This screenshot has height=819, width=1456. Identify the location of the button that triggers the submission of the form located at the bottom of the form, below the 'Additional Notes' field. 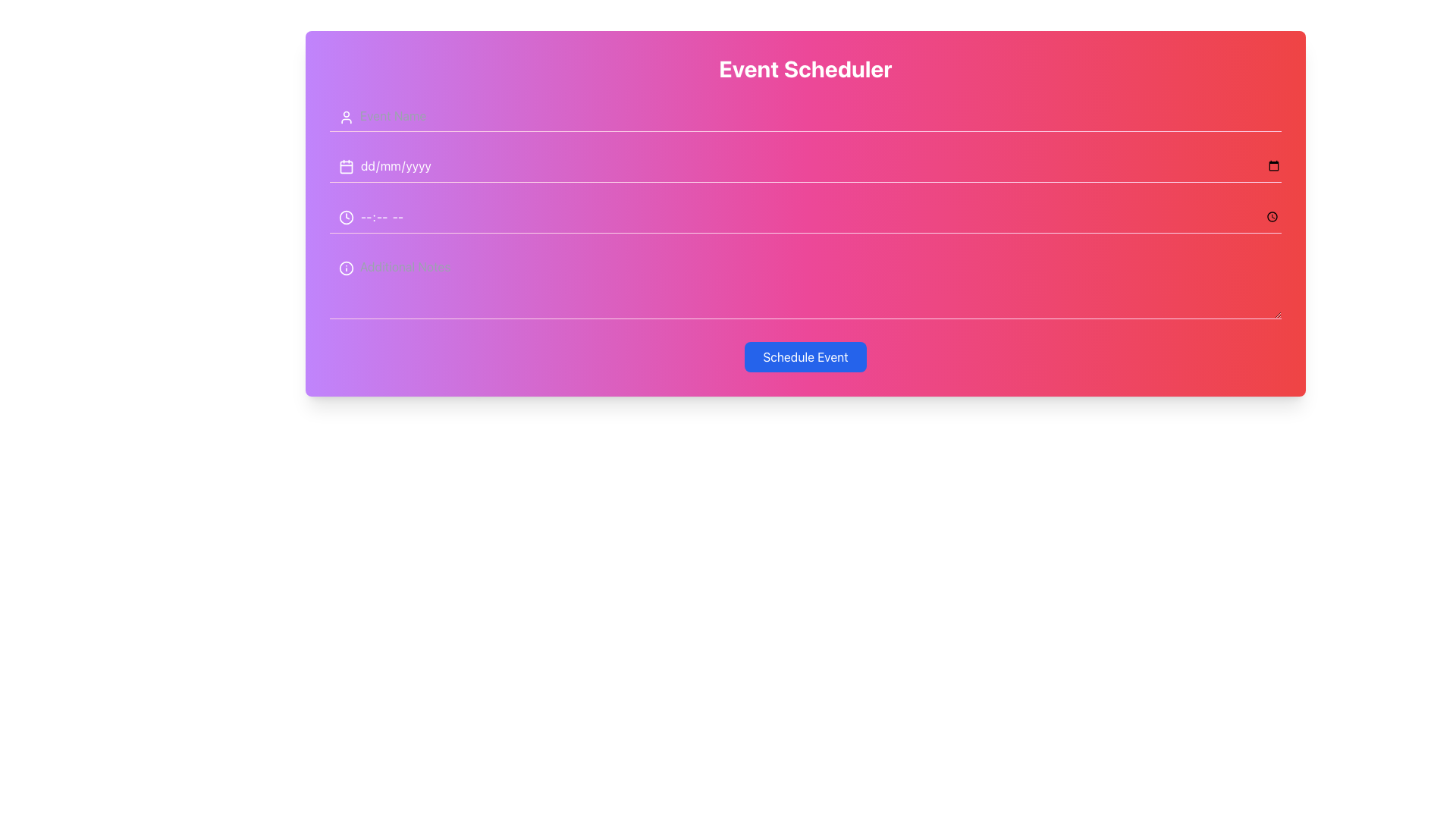
(805, 356).